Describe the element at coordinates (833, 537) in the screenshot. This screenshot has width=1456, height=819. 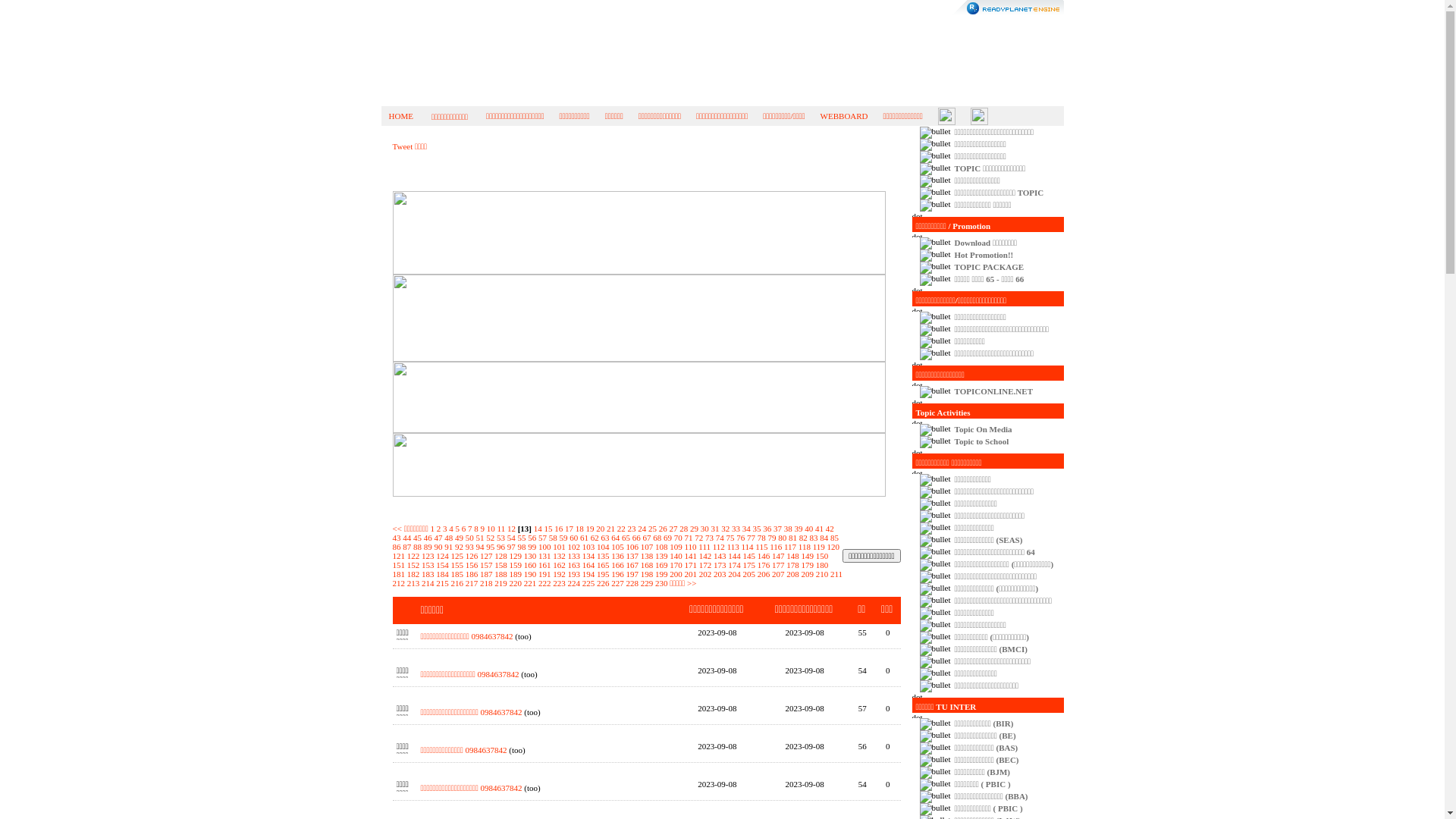
I see `'85'` at that location.